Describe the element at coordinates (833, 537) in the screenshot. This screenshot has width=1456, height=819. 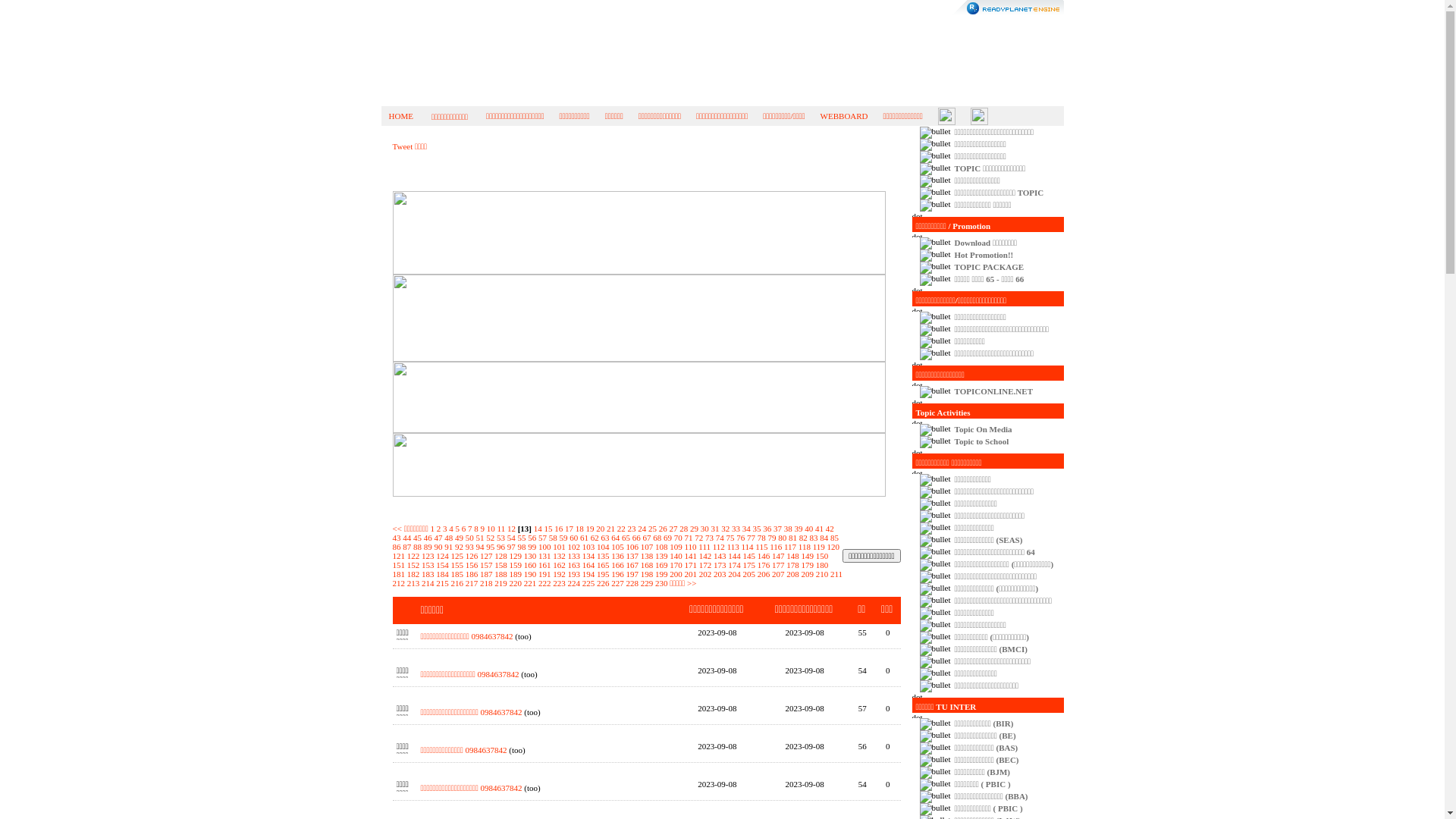
I see `'85'` at that location.